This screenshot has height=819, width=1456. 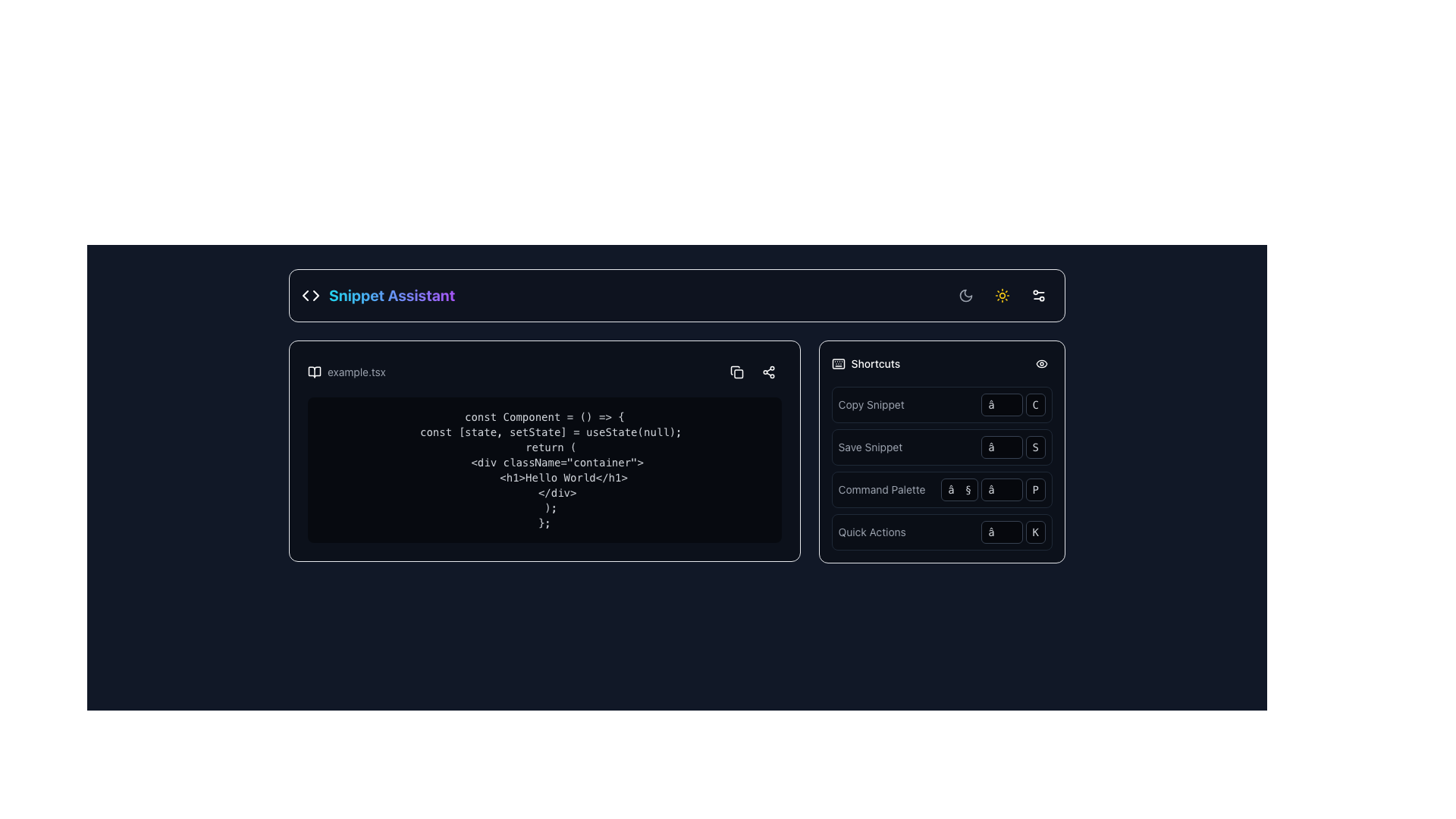 I want to click on the icon representing a code snippet feature located to the left of the 'Snippet Assistant' title in the header section, so click(x=309, y=295).